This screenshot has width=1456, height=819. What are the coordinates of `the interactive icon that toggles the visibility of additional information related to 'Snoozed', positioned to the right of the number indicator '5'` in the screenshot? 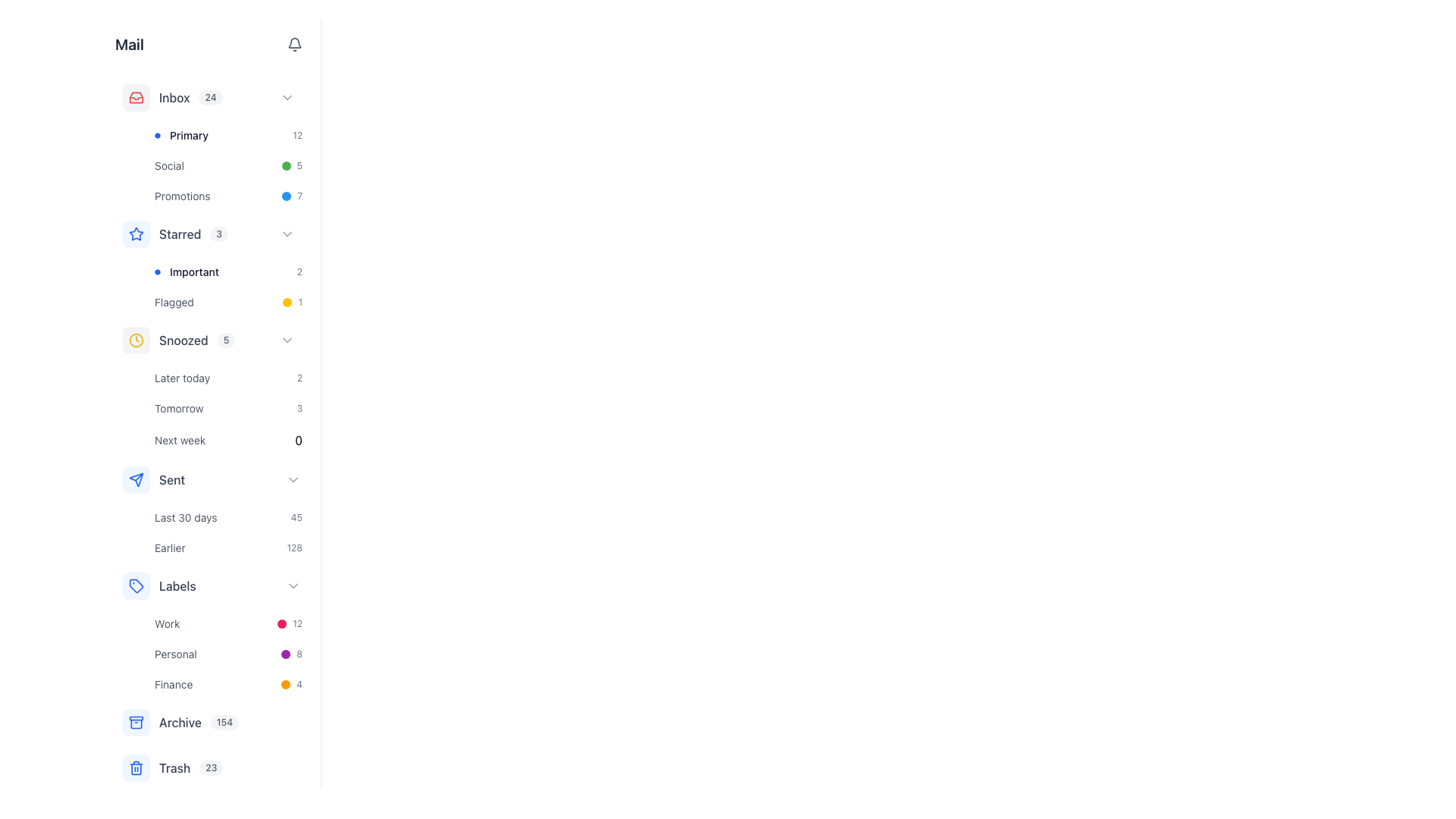 It's located at (287, 339).